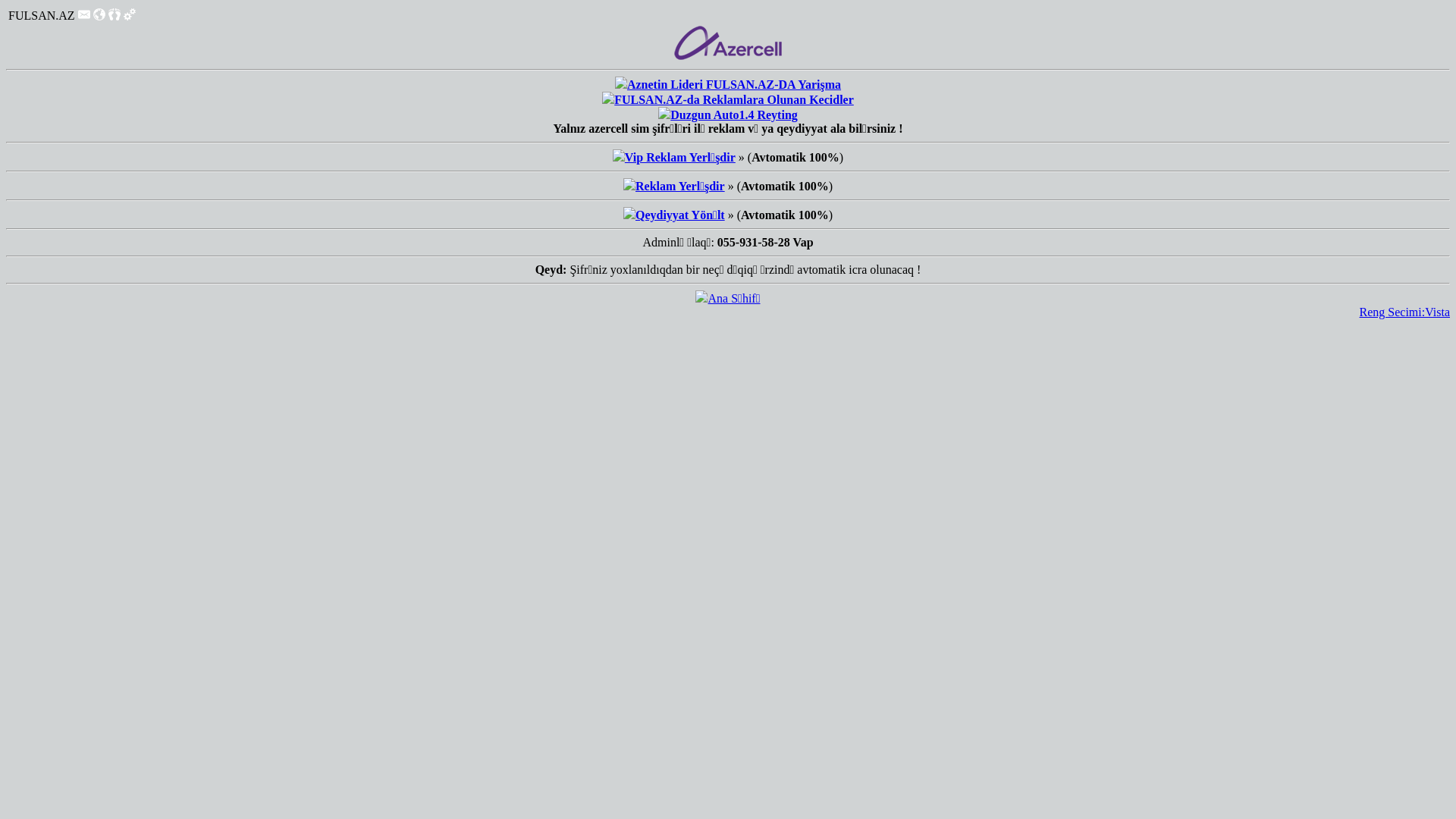 This screenshot has height=819, width=1456. Describe the element at coordinates (77, 16) in the screenshot. I see `'Mesajlar'` at that location.